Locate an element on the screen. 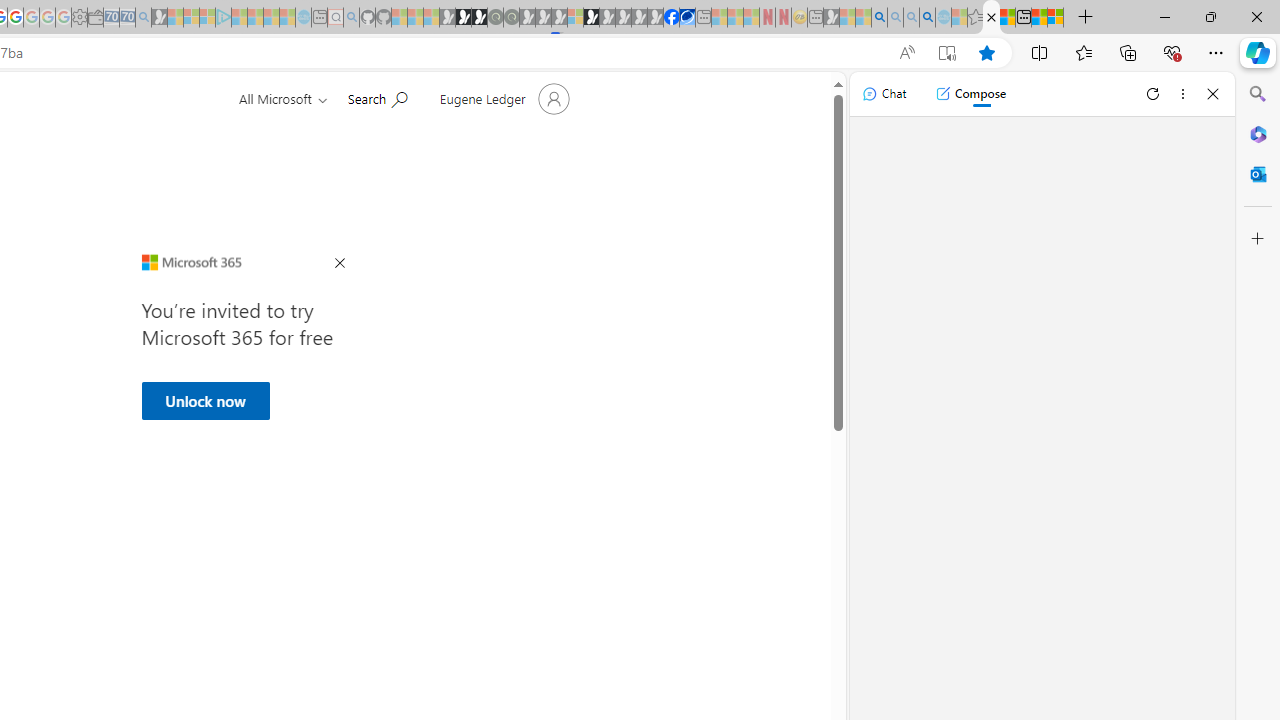 This screenshot has width=1280, height=720. 'Aberdeen, Hong Kong SAR weather forecast | Microsoft Weather' is located at coordinates (1007, 17).